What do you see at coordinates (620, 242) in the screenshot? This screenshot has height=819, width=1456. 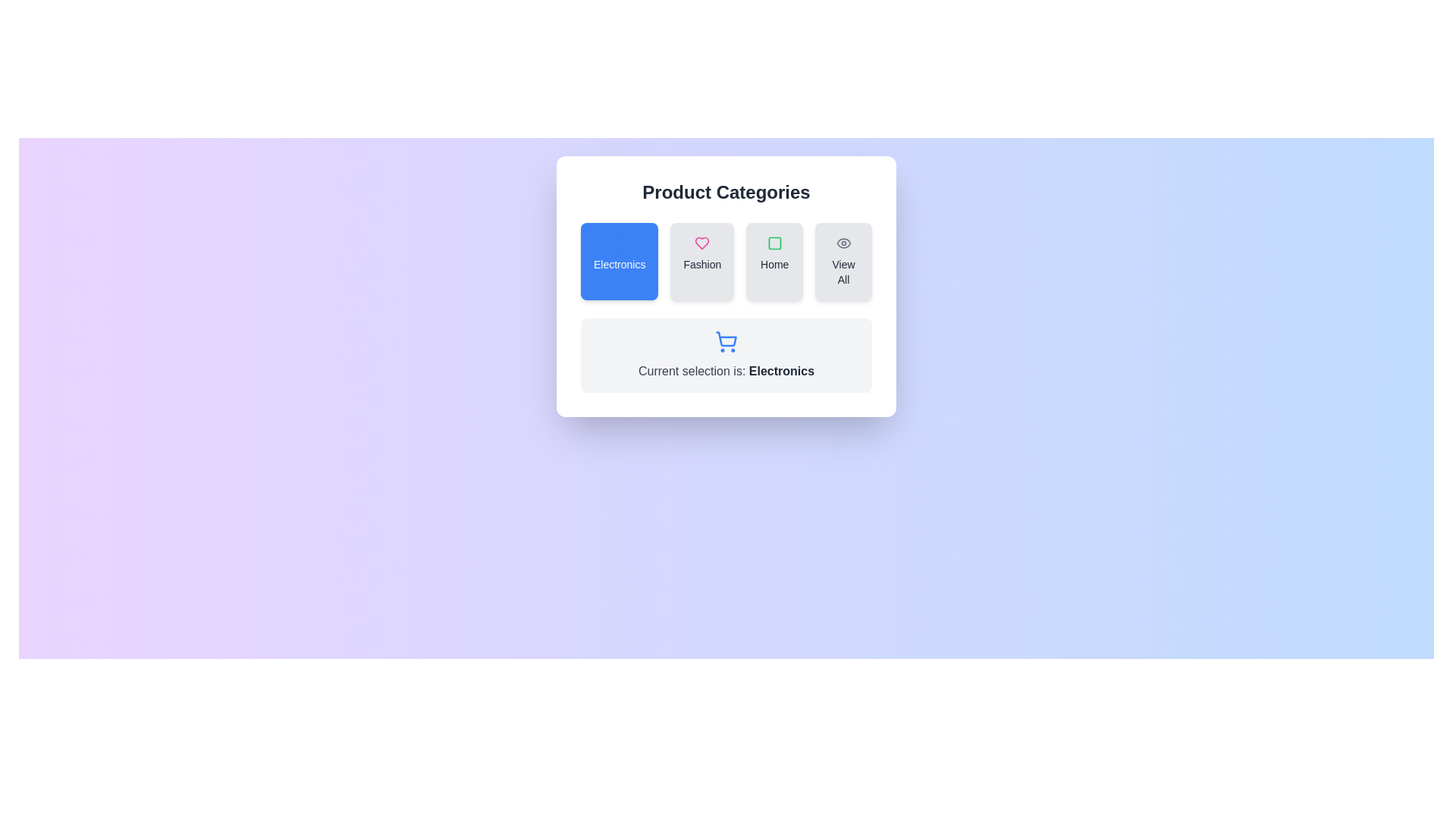 I see `the SVG Circle with a thin blue border that indicates a selection in the 'Electronics' category button, which is the first in a horizontal set of four category buttons` at bounding box center [620, 242].